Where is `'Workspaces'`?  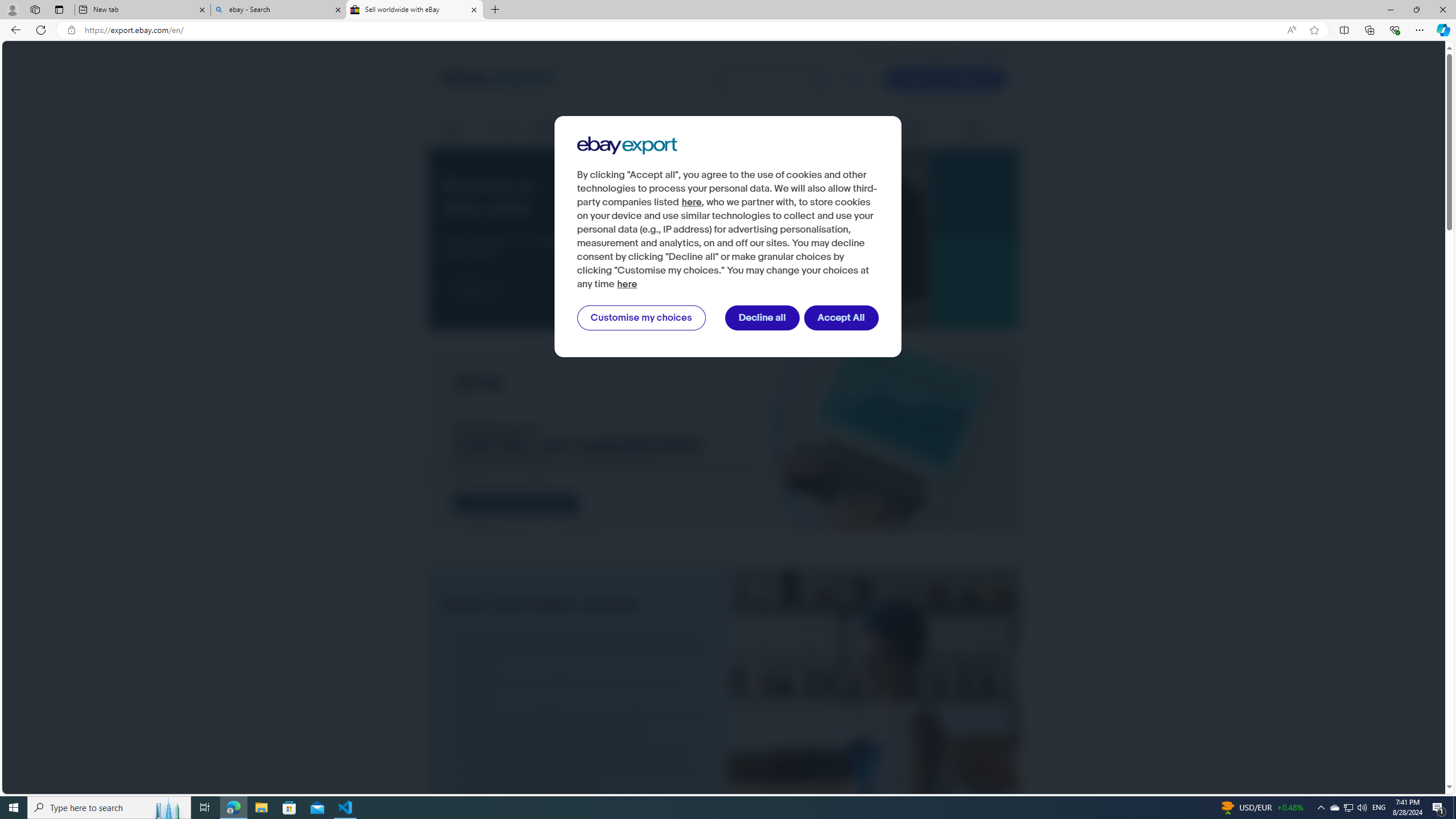 'Workspaces' is located at coordinates (35, 9).